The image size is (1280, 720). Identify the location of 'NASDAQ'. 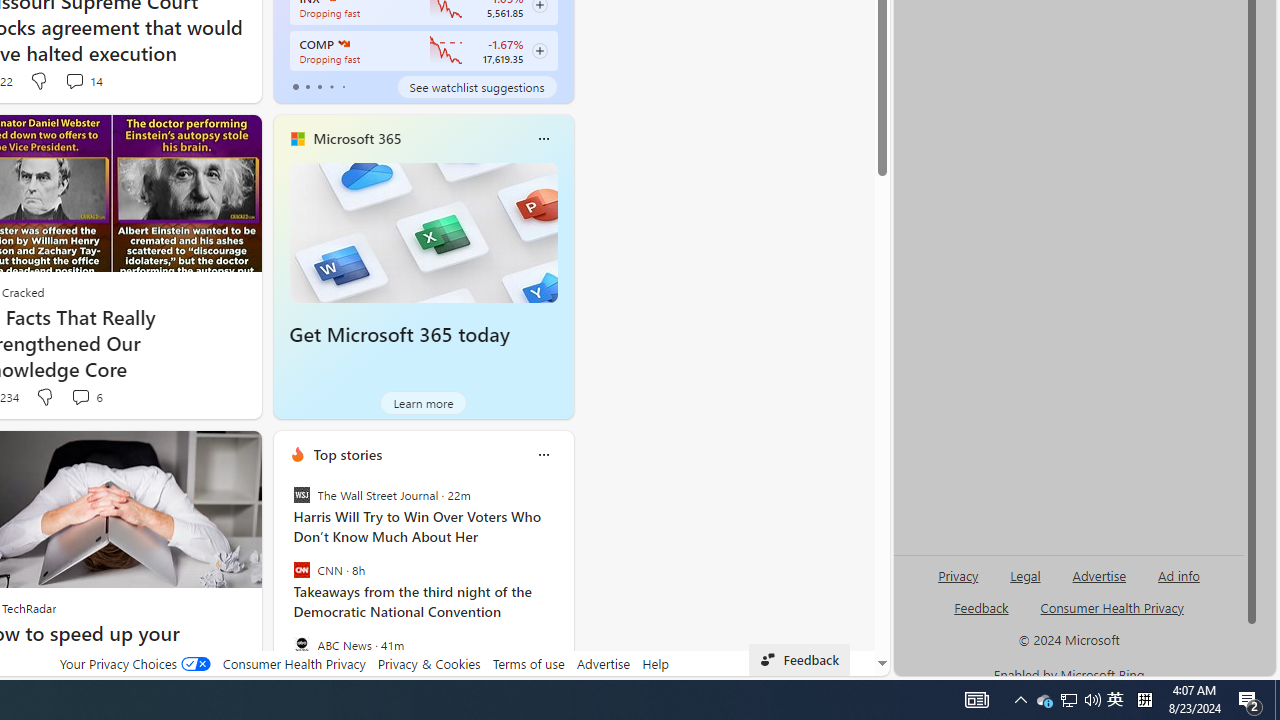
(343, 43).